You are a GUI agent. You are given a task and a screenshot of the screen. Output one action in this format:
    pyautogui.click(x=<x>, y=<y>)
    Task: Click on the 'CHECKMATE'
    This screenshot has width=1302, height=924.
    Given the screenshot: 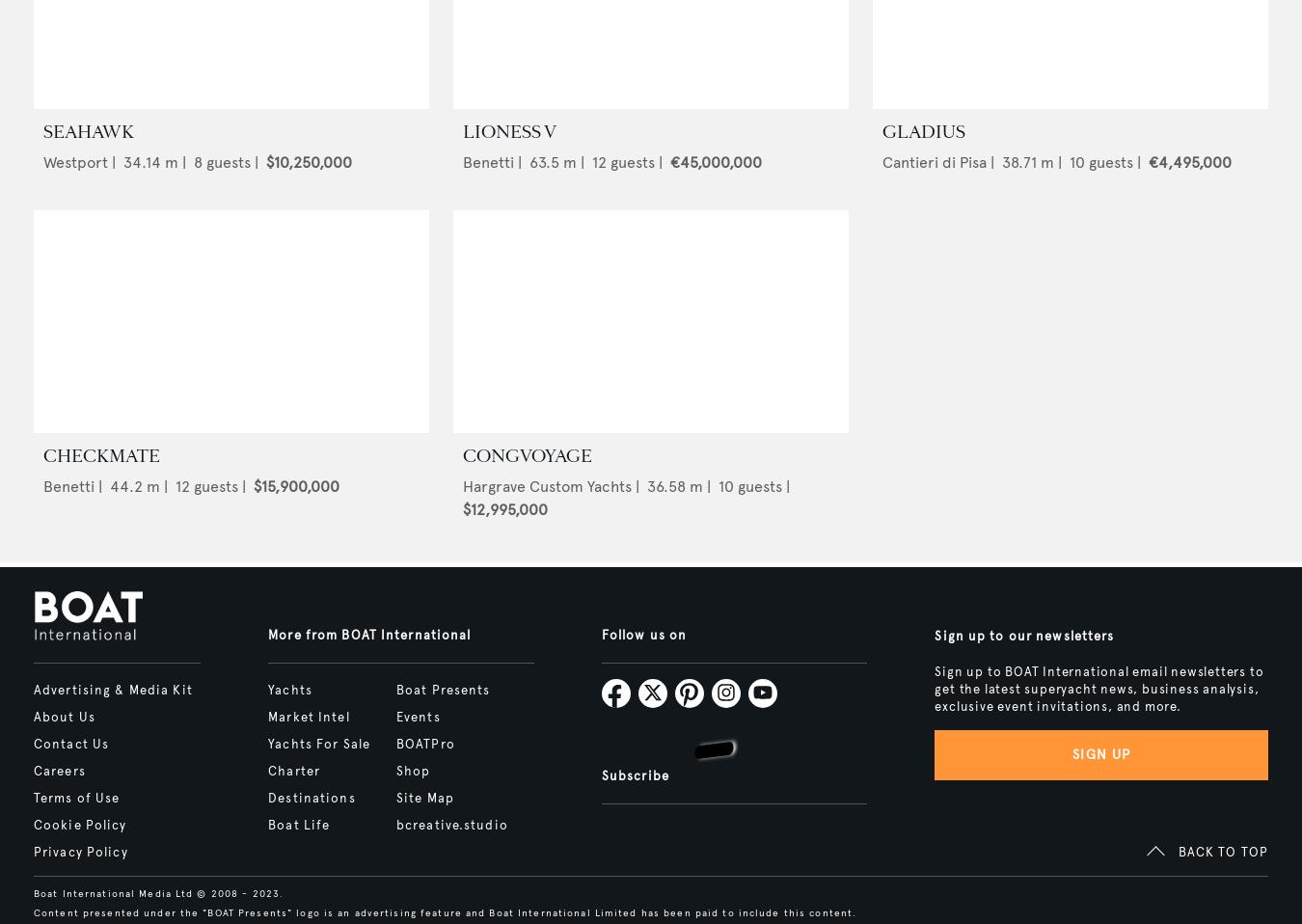 What is the action you would take?
    pyautogui.click(x=41, y=455)
    